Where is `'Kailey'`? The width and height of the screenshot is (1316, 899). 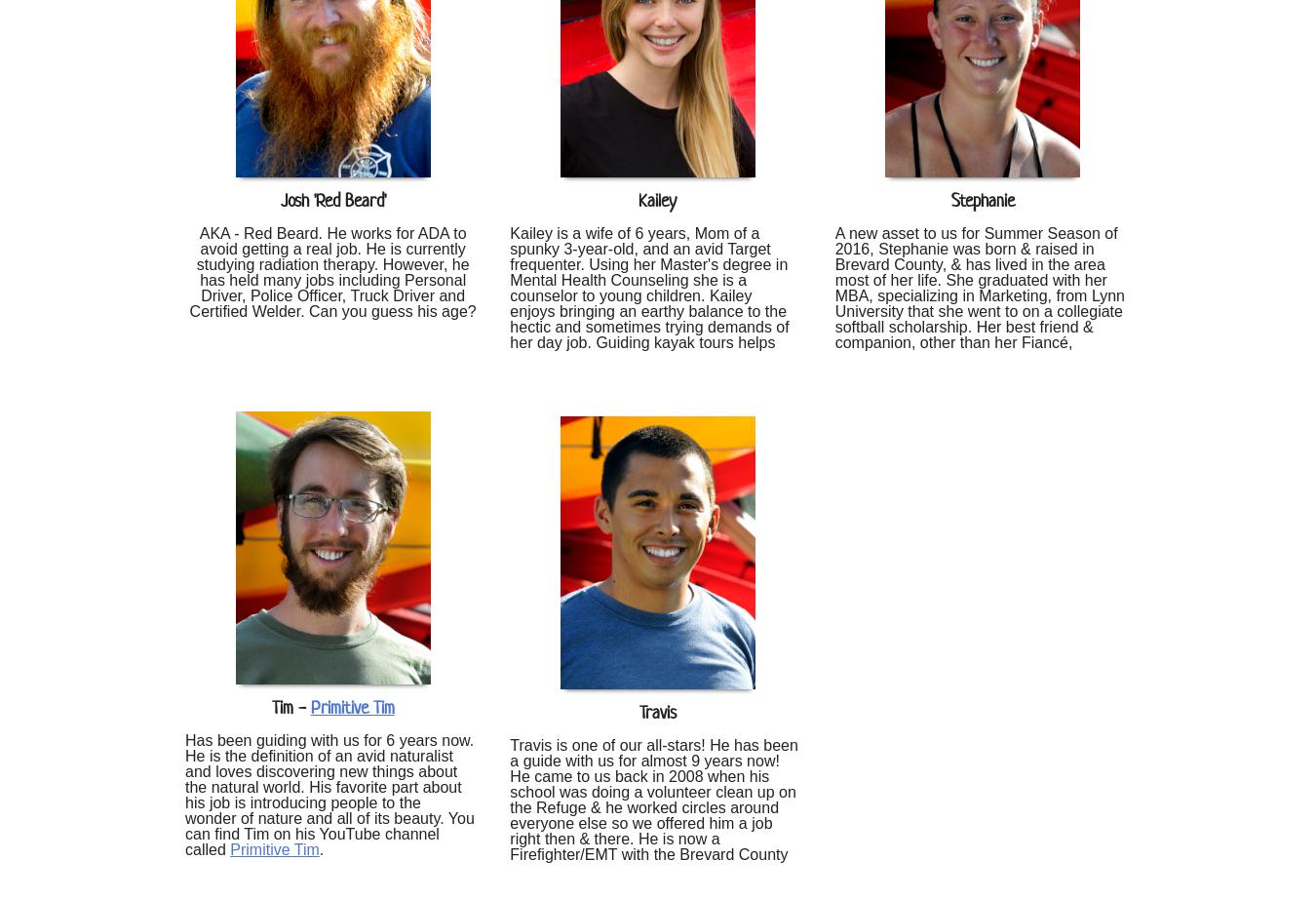
'Kailey' is located at coordinates (657, 200).